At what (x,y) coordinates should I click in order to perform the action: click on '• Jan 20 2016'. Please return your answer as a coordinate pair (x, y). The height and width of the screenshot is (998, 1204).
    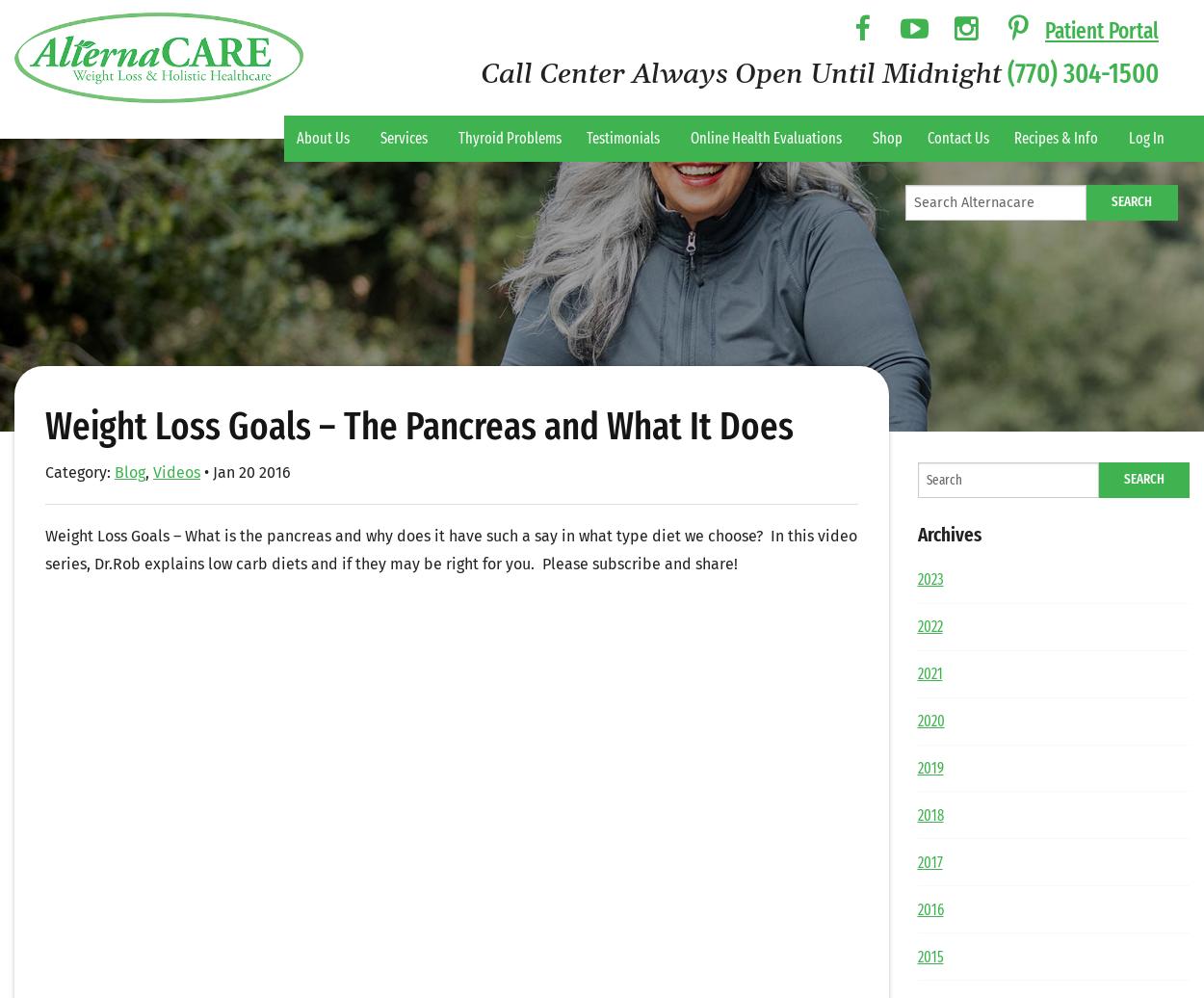
    Looking at the image, I should click on (245, 471).